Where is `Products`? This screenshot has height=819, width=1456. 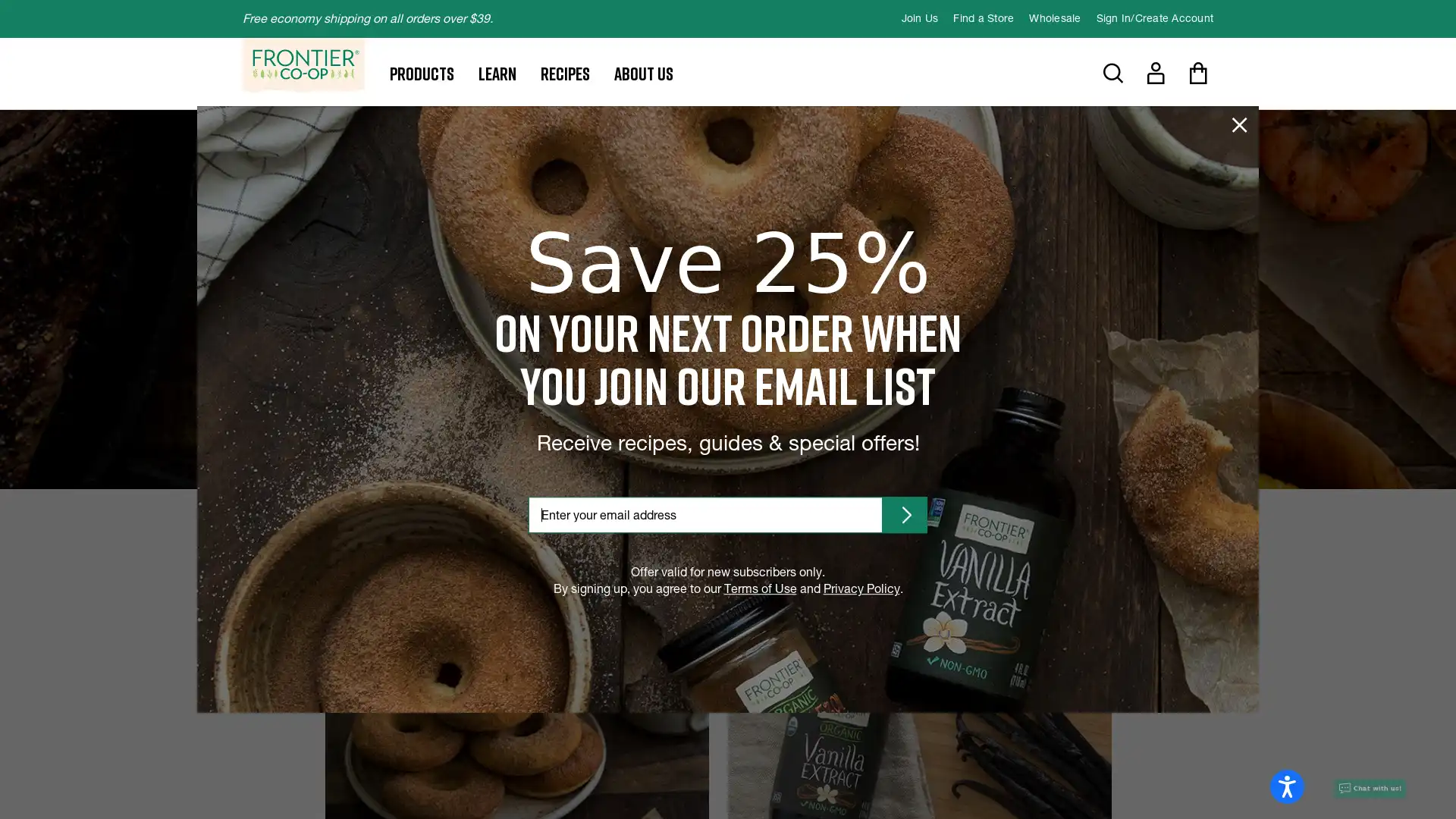
Products is located at coordinates (422, 73).